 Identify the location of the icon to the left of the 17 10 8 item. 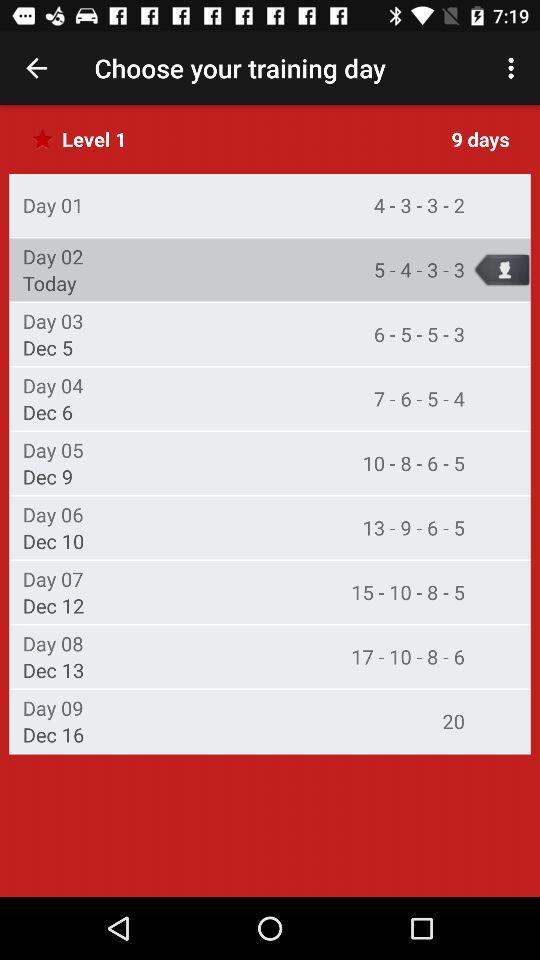
(53, 642).